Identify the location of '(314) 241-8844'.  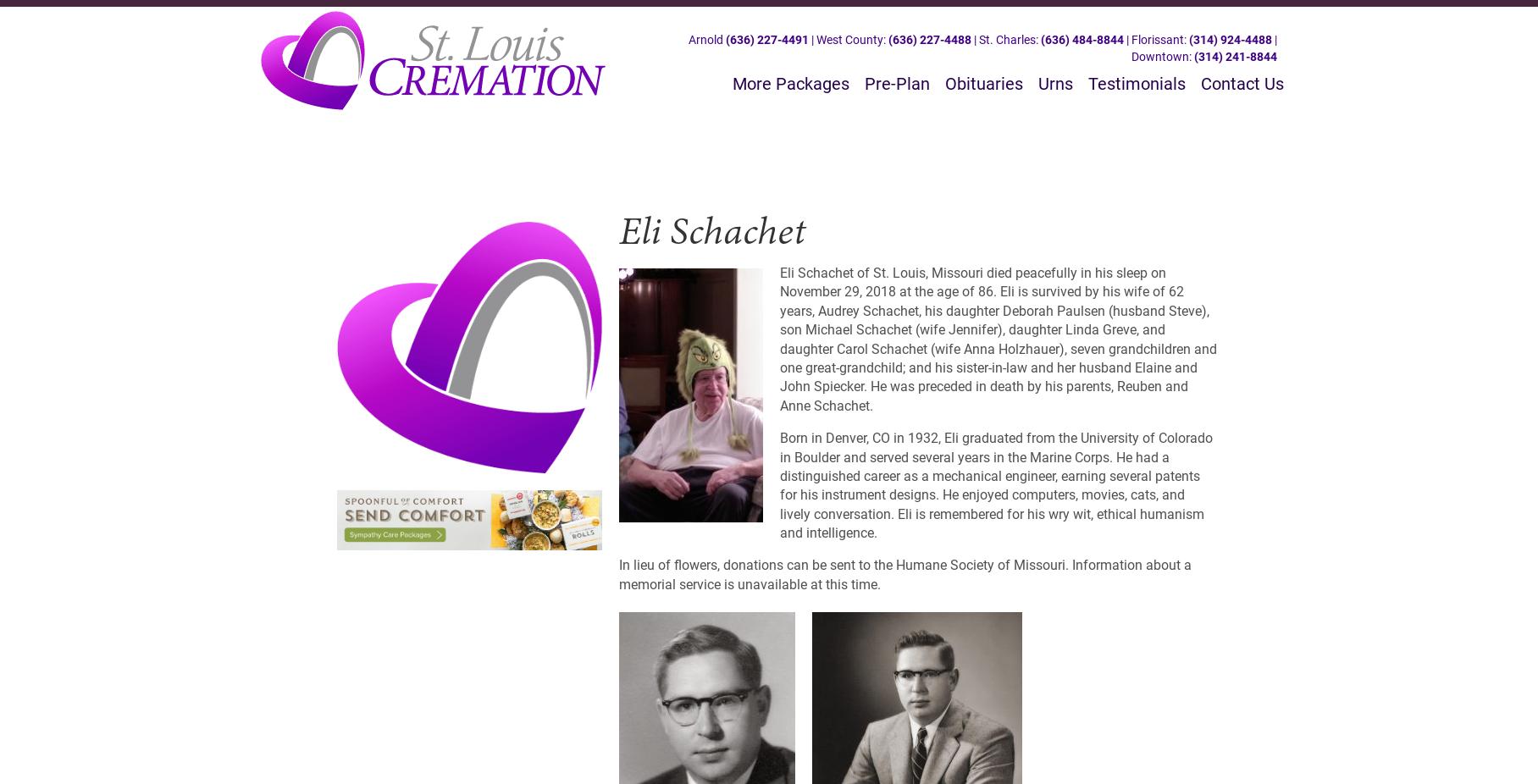
(1193, 55).